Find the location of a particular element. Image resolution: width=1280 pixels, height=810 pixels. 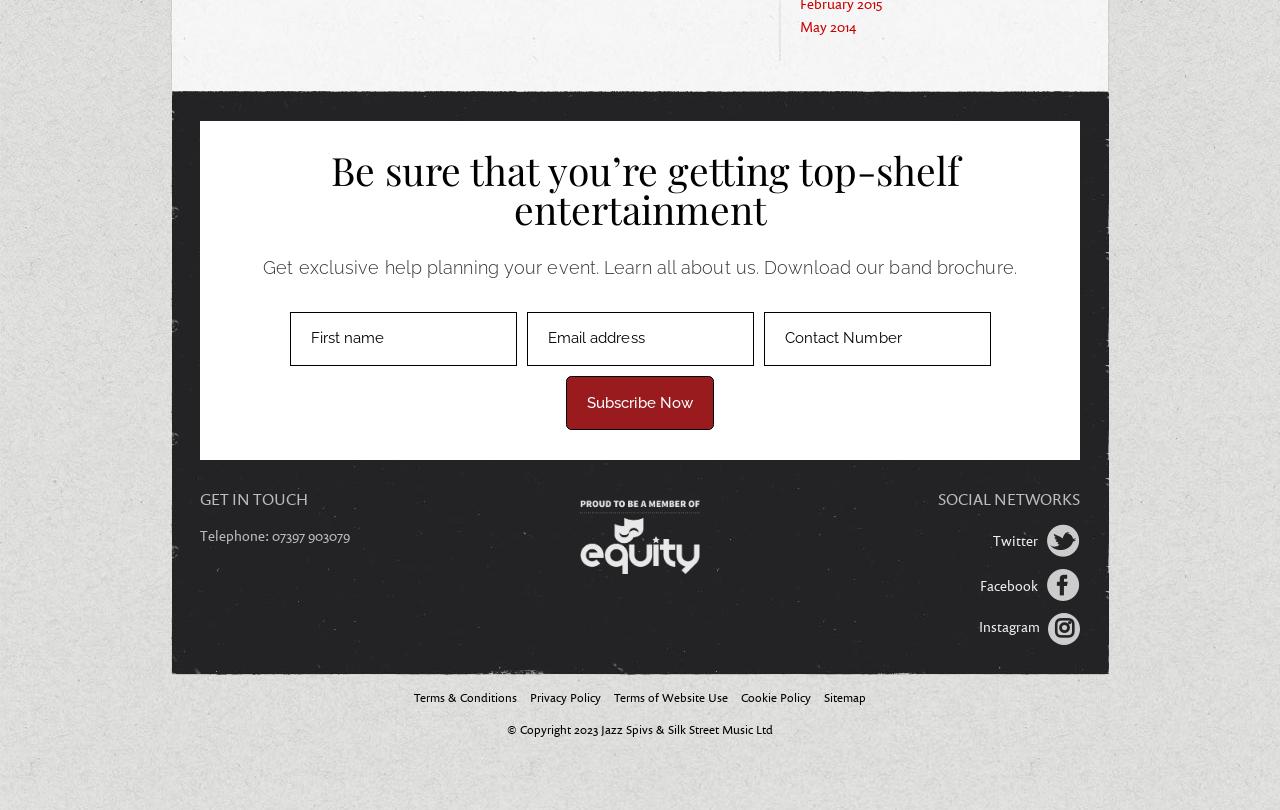

'Terms & Conditions' is located at coordinates (412, 695).